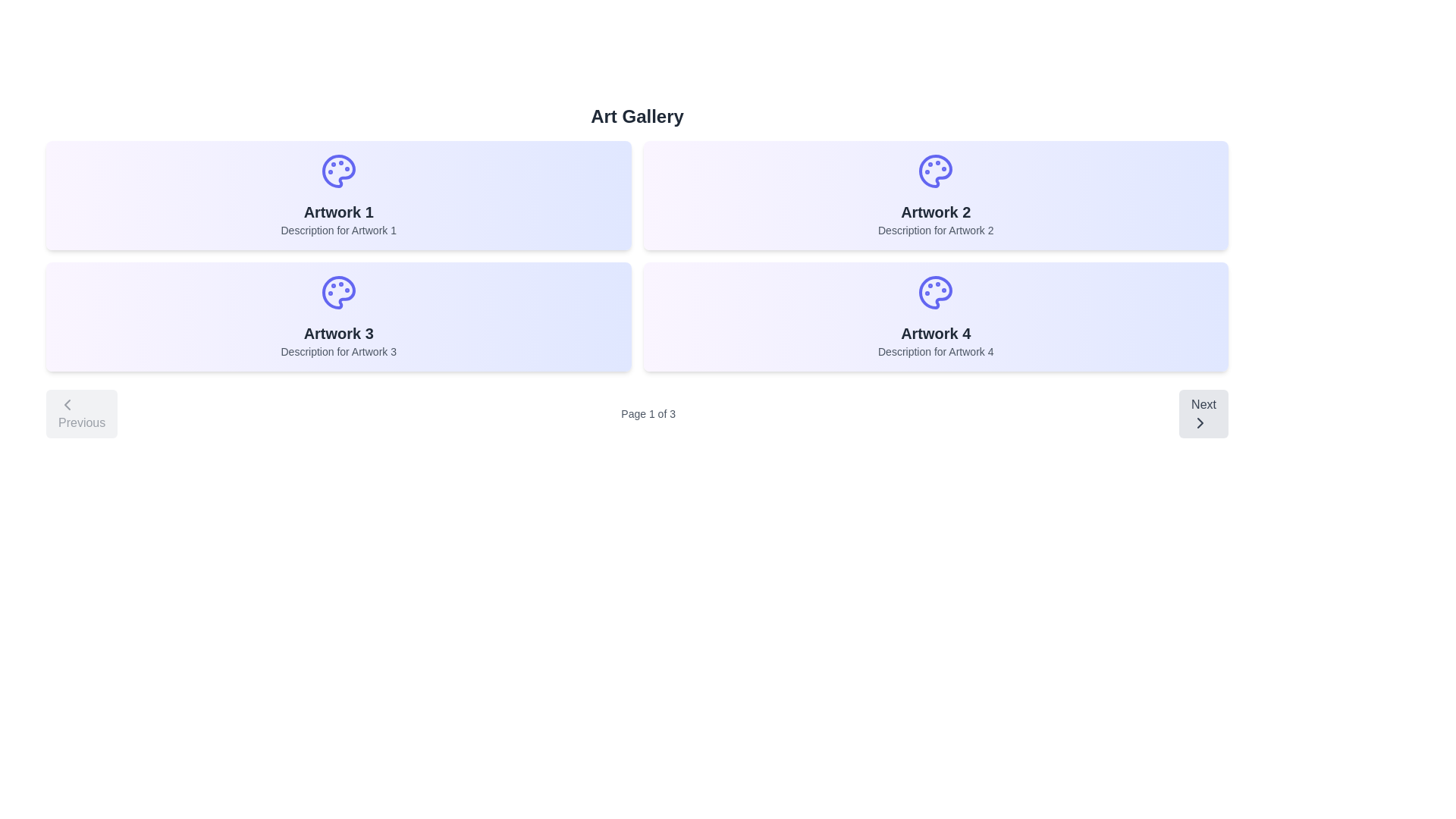 This screenshot has width=1456, height=819. I want to click on the text label displaying 'Artwork 2' which is located in the top-right quadrant of the UI within the second card of a two-by-two grid, so click(935, 212).